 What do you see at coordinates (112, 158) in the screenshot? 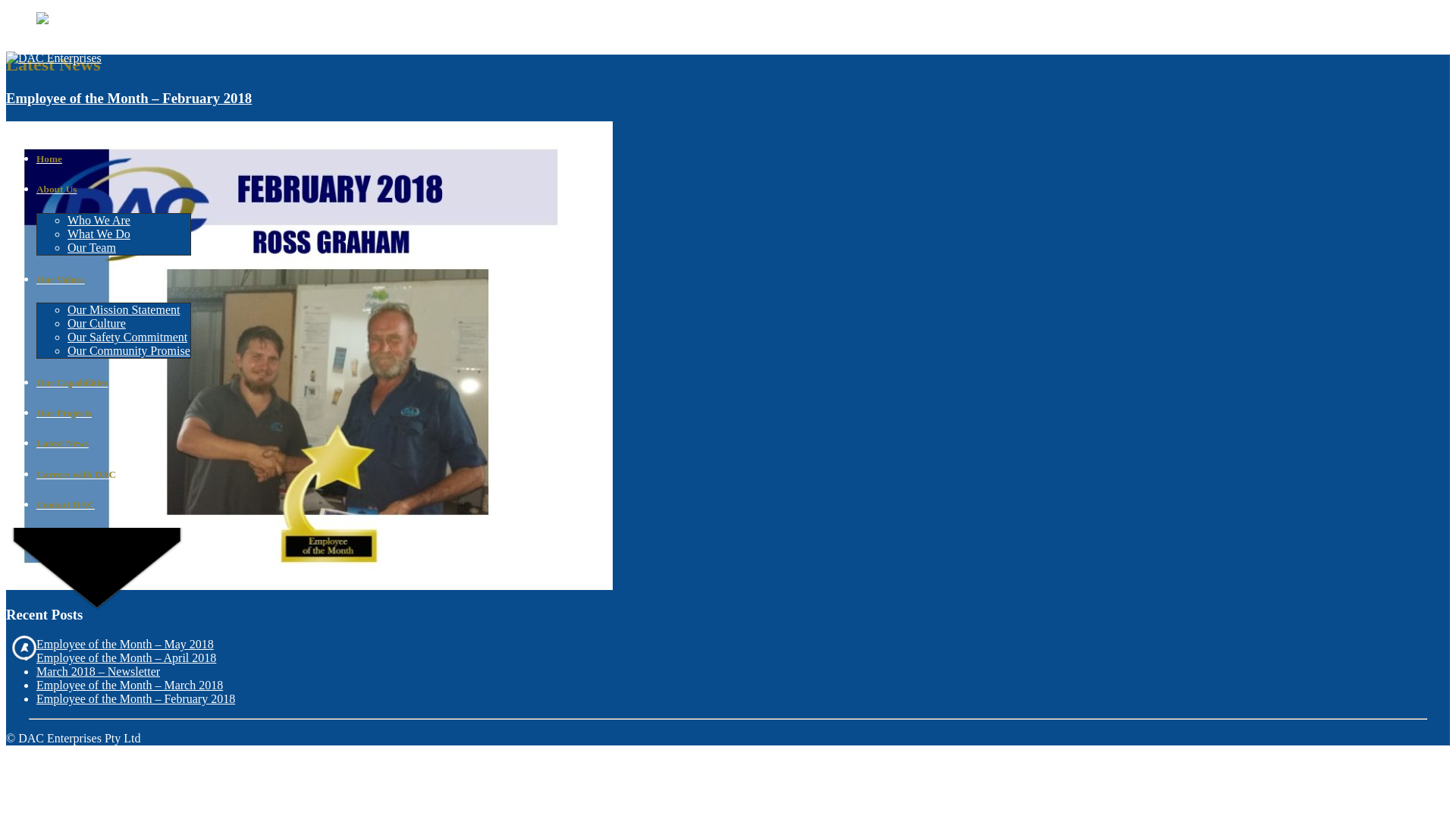
I see `'Home'` at bounding box center [112, 158].